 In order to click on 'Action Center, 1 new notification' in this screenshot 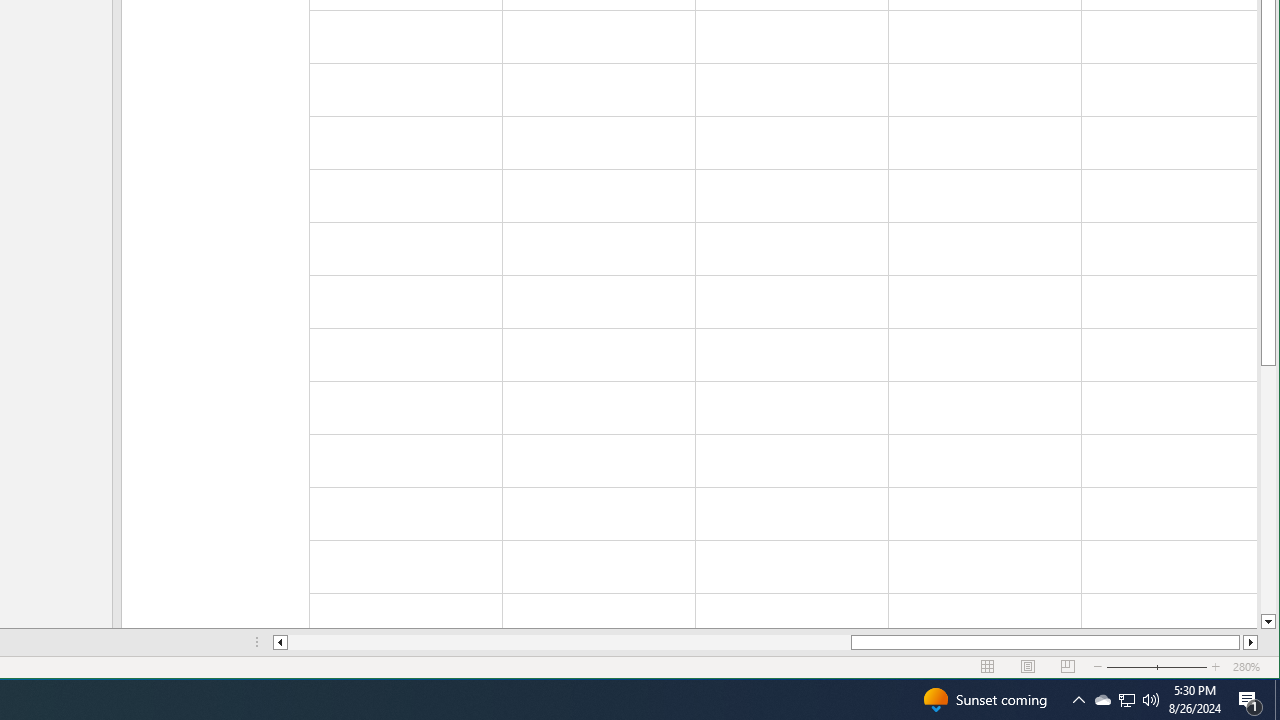, I will do `click(1250, 698)`.